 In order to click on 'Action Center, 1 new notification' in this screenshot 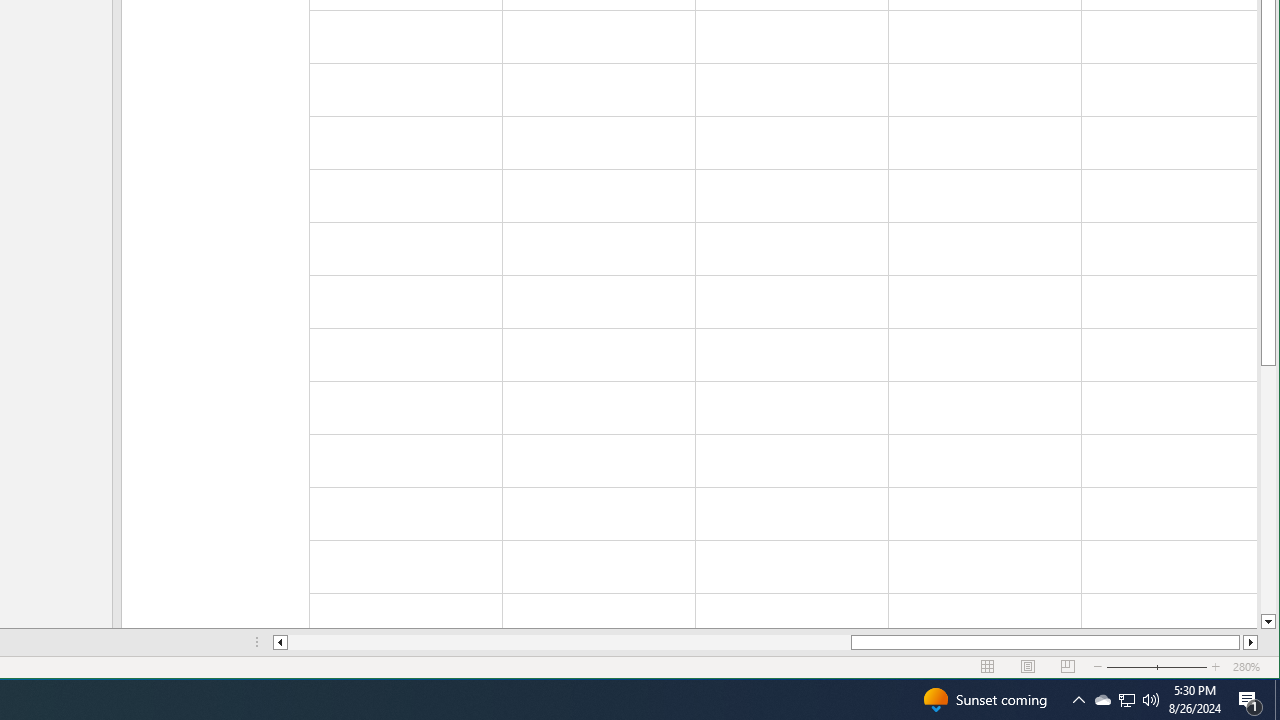, I will do `click(1250, 698)`.